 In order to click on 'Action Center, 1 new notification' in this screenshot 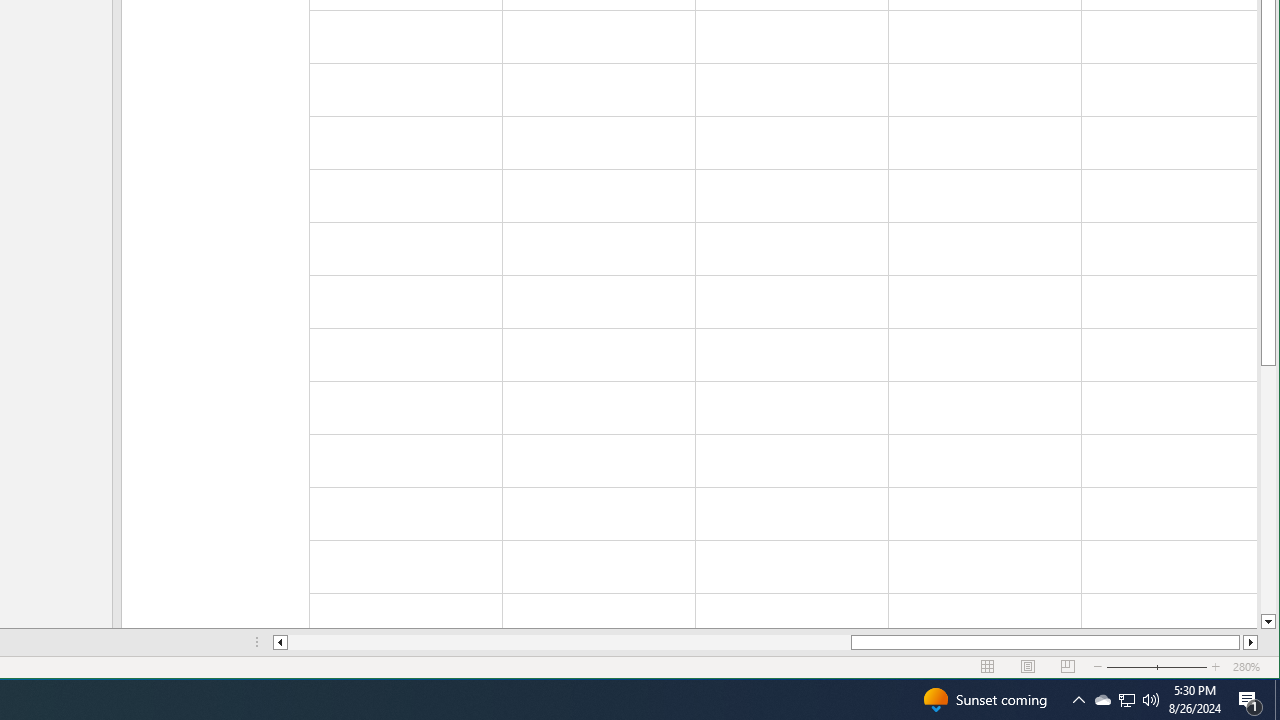, I will do `click(1250, 698)`.